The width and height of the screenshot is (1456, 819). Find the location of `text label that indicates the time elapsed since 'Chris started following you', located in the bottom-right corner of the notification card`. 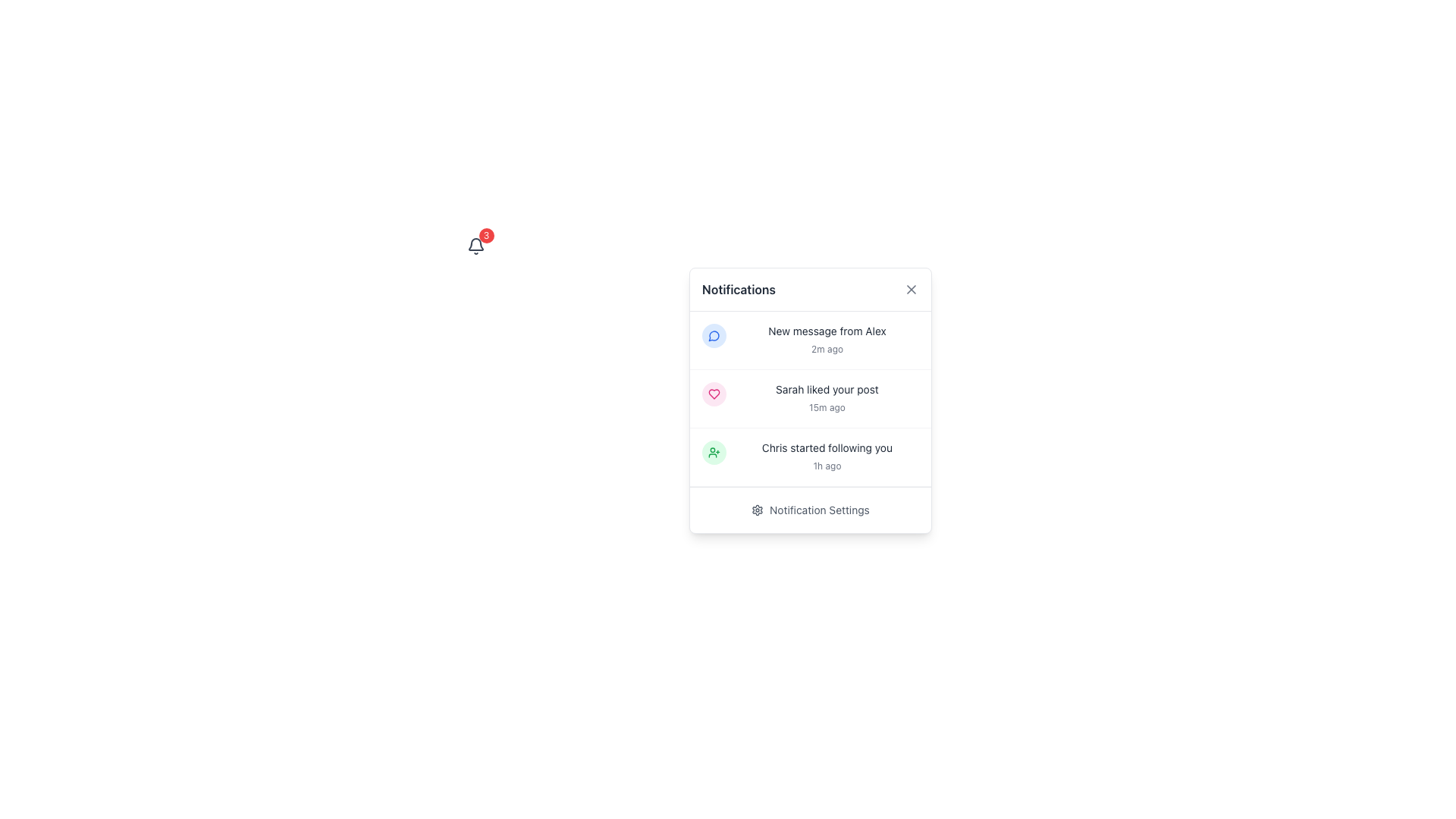

text label that indicates the time elapsed since 'Chris started following you', located in the bottom-right corner of the notification card is located at coordinates (826, 465).